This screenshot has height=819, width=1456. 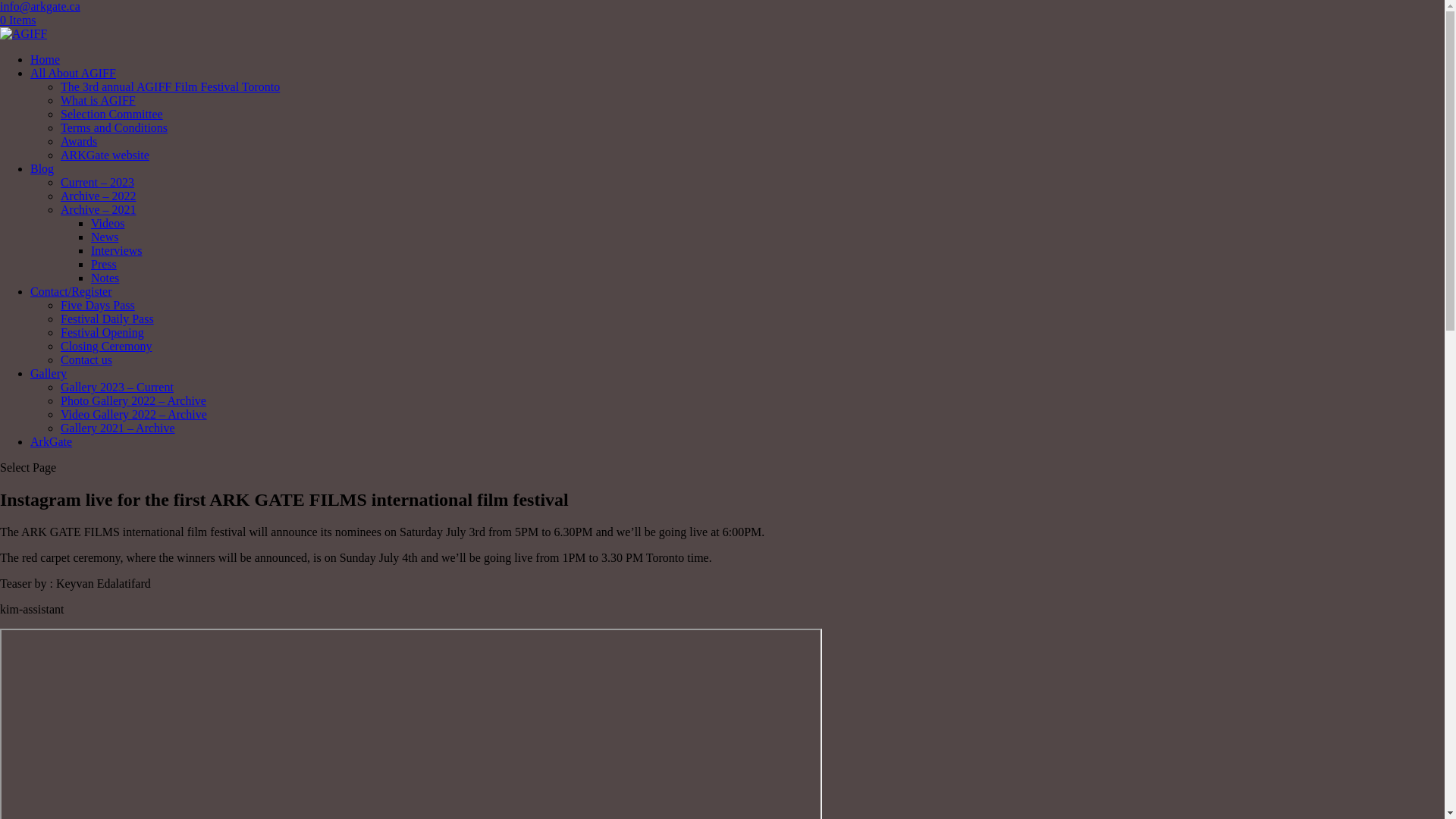 I want to click on 'Festival Opening', so click(x=101, y=331).